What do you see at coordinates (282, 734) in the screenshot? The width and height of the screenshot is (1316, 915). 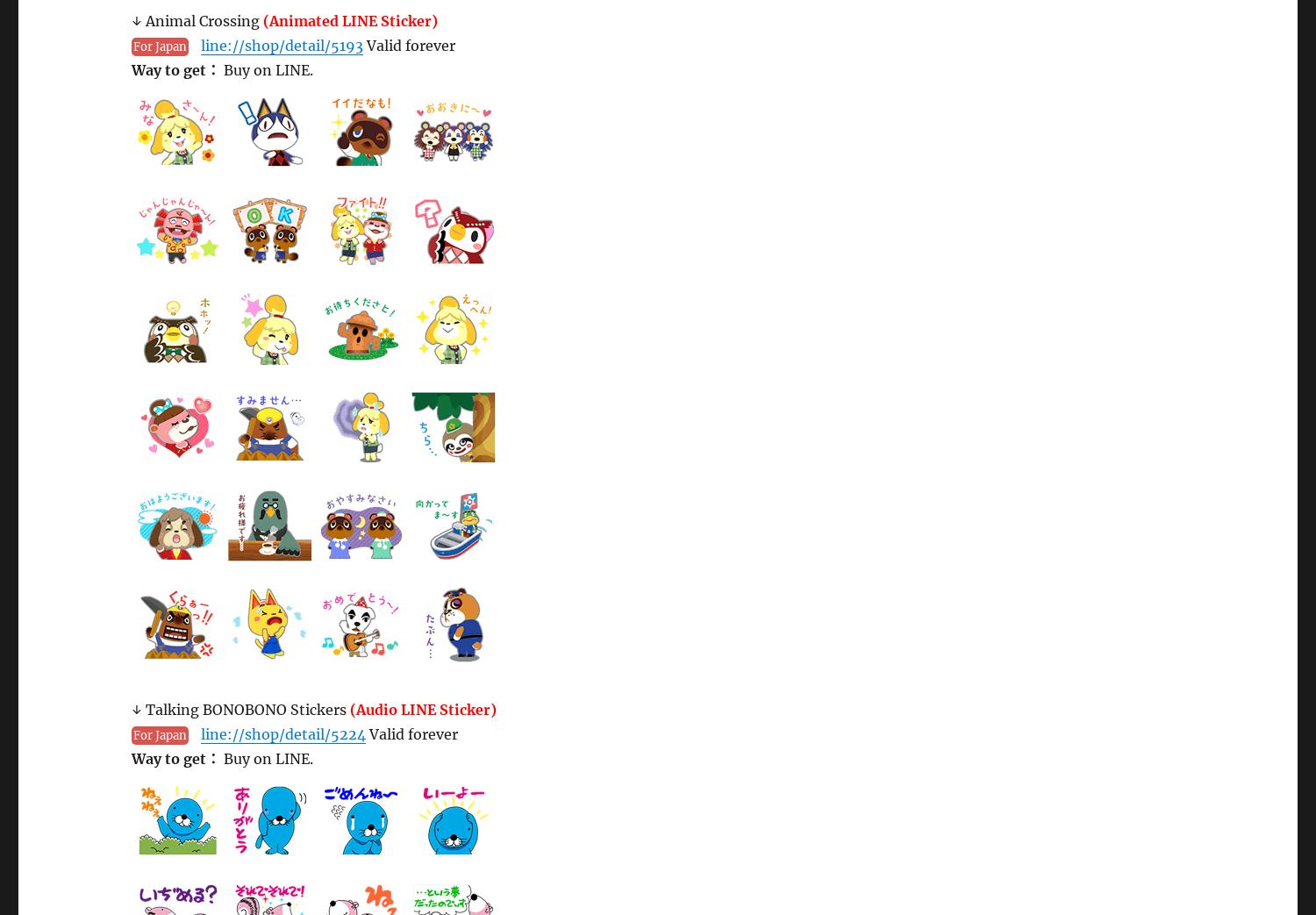 I see `'line://shop/detail/5224'` at bounding box center [282, 734].